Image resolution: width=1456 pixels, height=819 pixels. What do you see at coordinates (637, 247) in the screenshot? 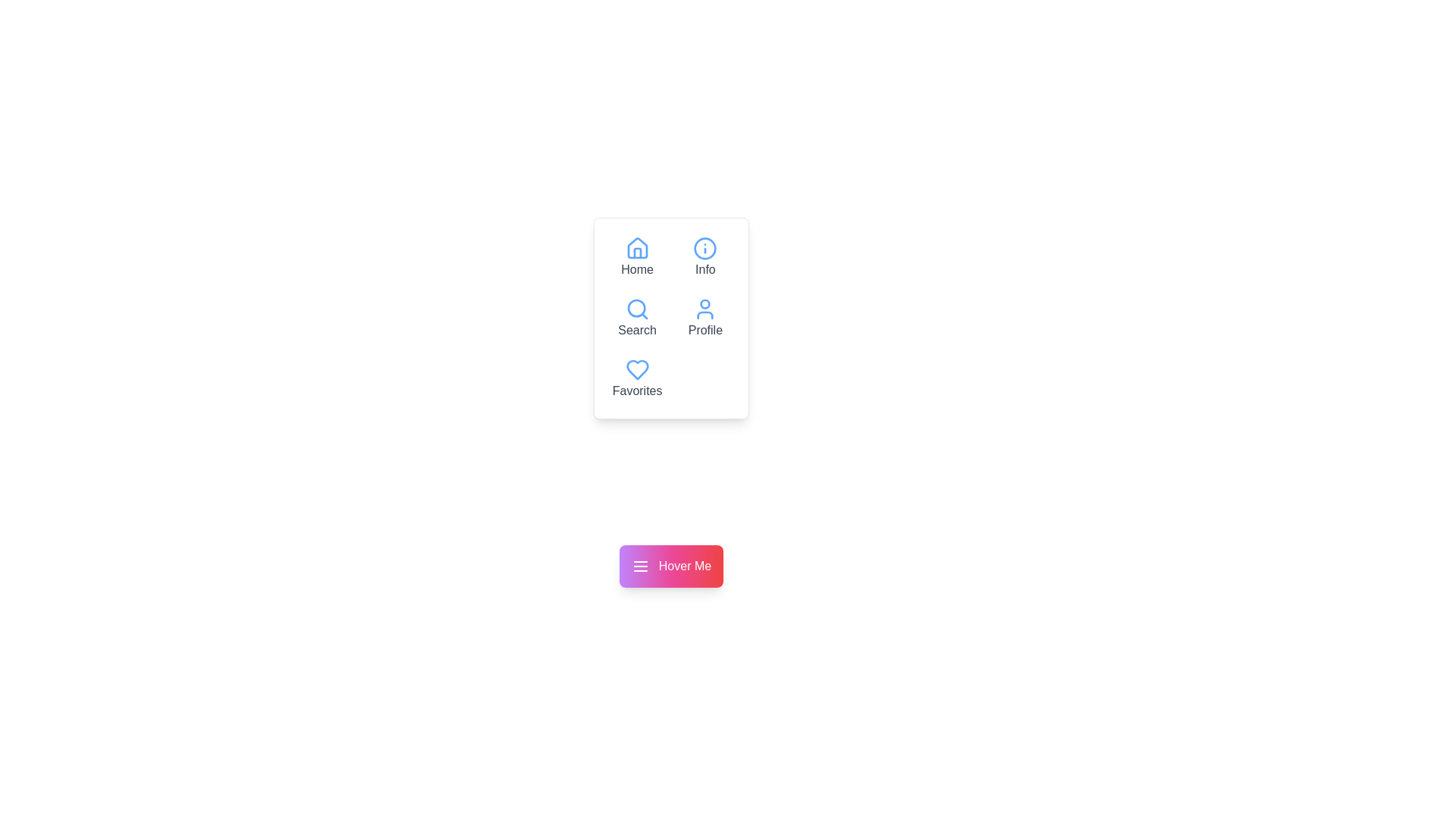
I see `the 'Home' icon located in the top-left corner of the card among other action icons` at bounding box center [637, 247].